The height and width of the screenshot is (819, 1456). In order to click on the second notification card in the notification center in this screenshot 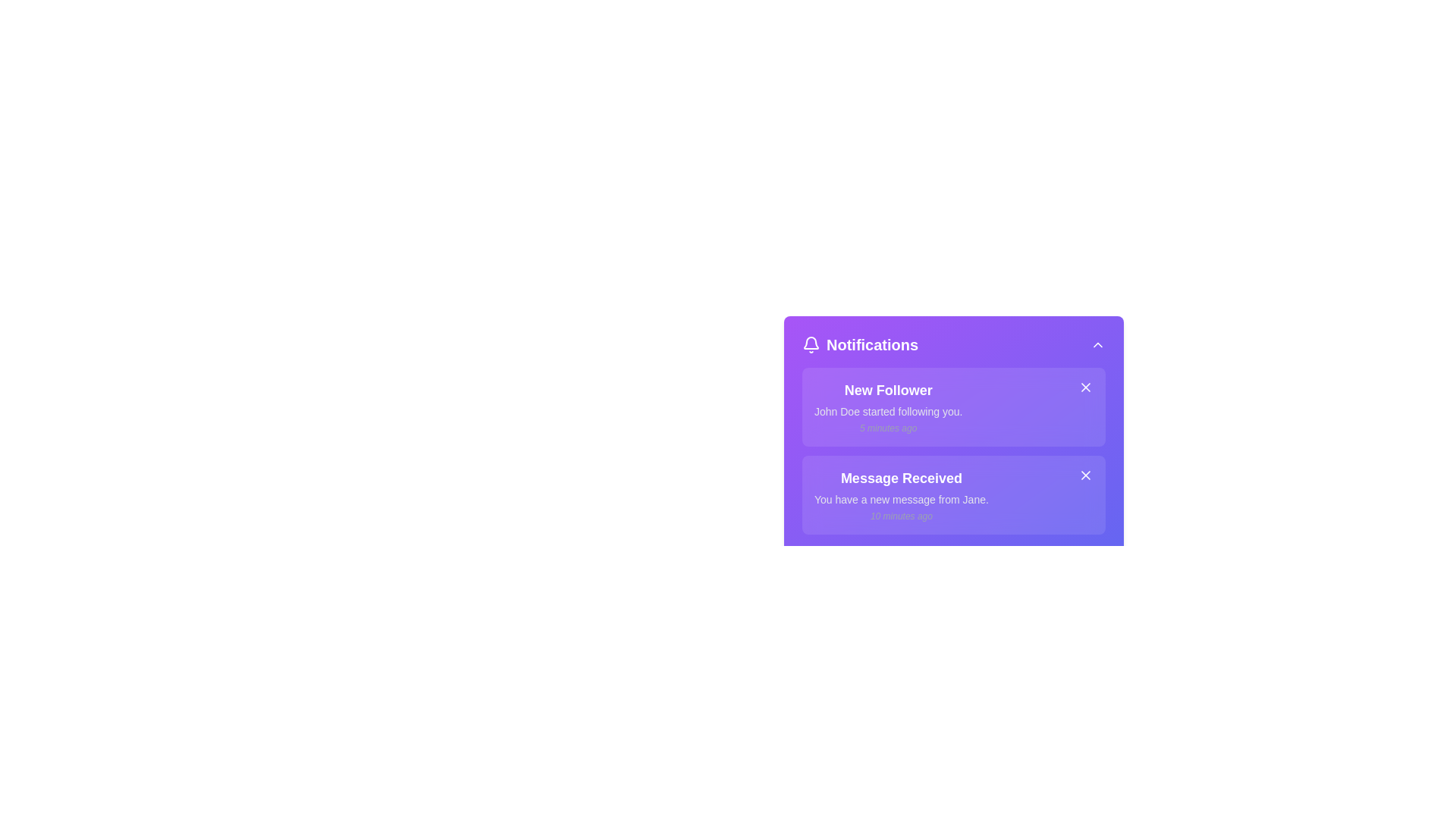, I will do `click(901, 494)`.